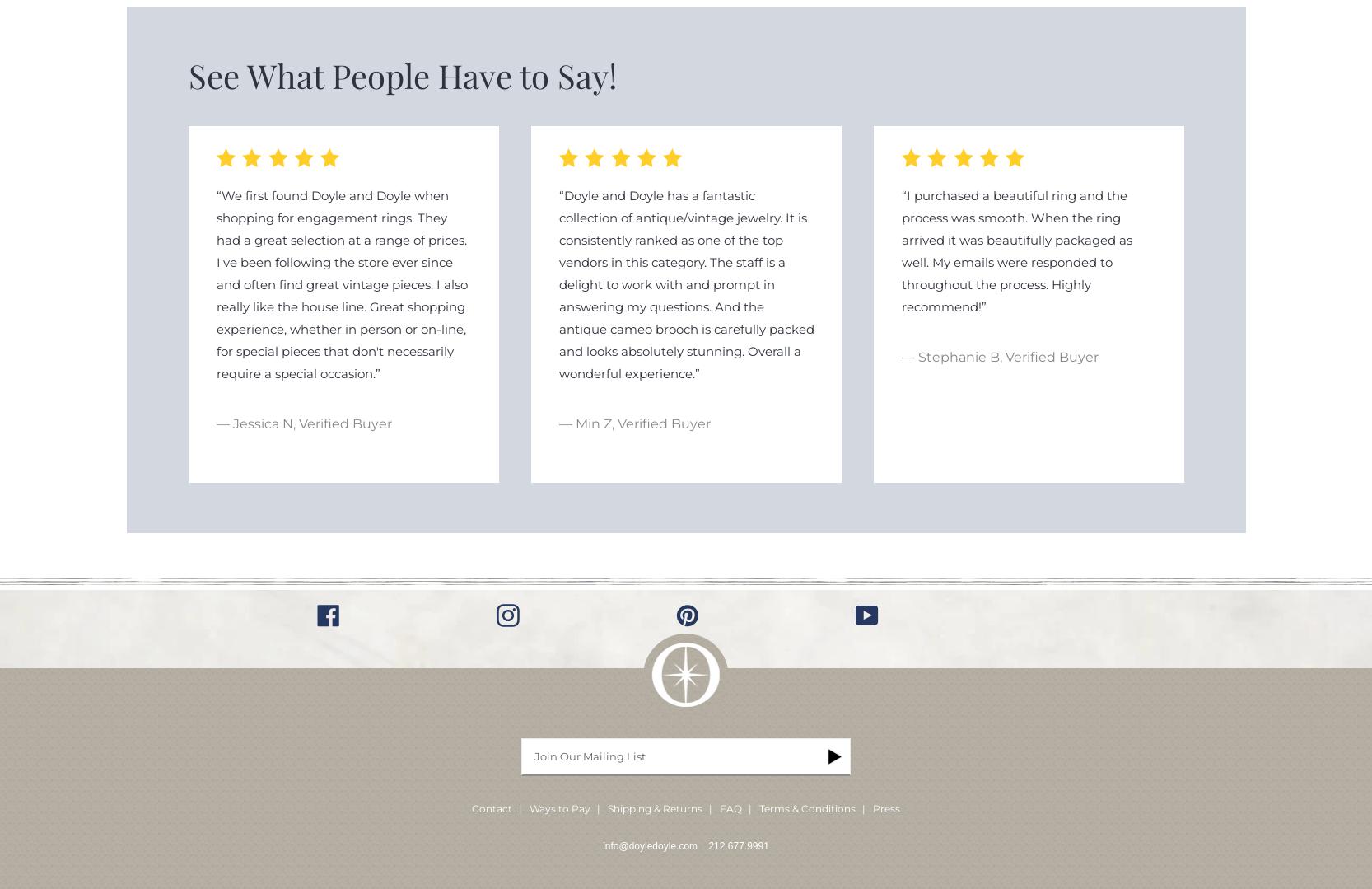 Image resolution: width=1372 pixels, height=889 pixels. What do you see at coordinates (654, 807) in the screenshot?
I see `'Shipping & Returns'` at bounding box center [654, 807].